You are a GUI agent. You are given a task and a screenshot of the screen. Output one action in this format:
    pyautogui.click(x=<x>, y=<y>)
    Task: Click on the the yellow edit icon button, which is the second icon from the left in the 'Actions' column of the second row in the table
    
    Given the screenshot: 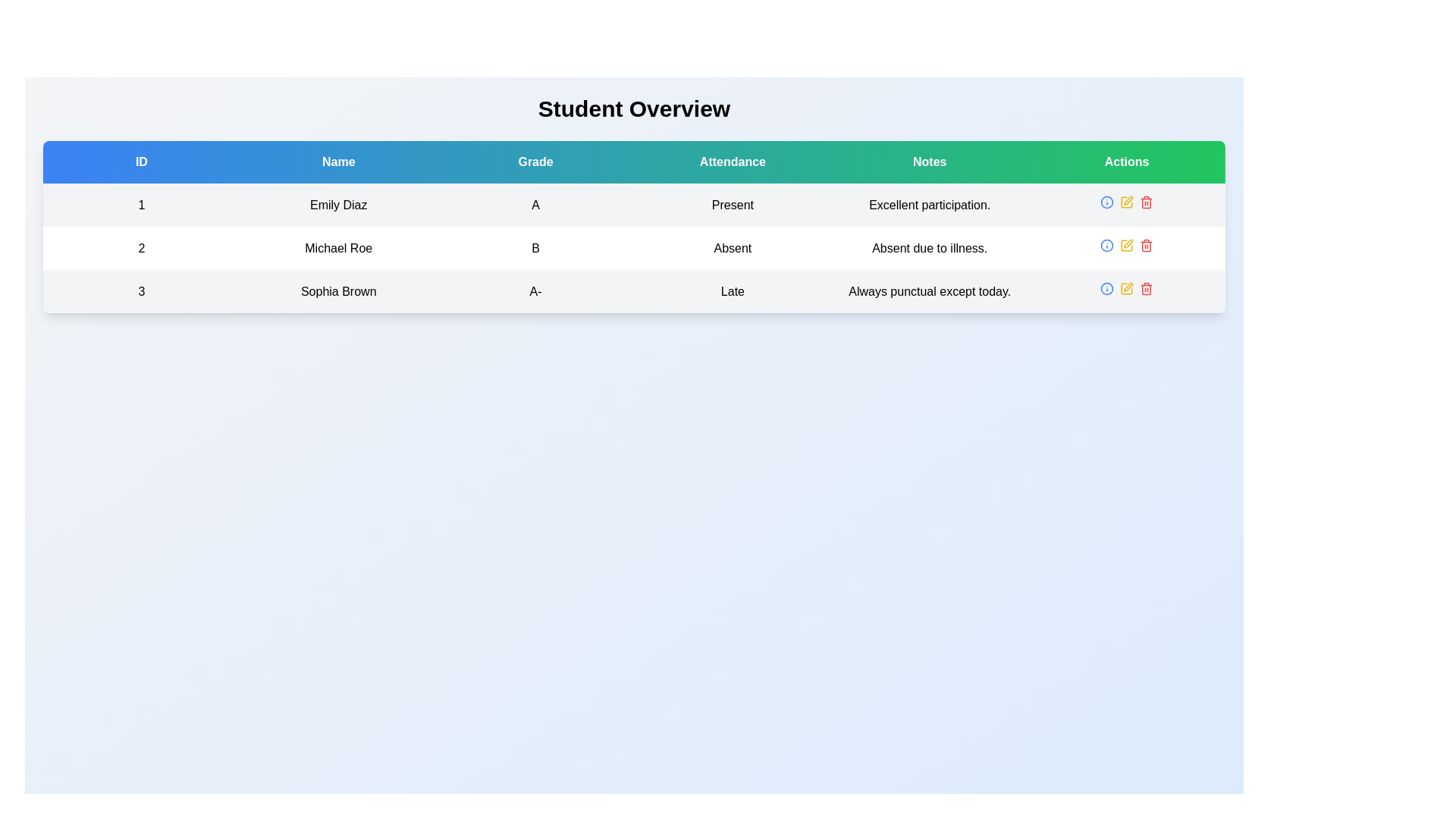 What is the action you would take?
    pyautogui.click(x=1127, y=245)
    